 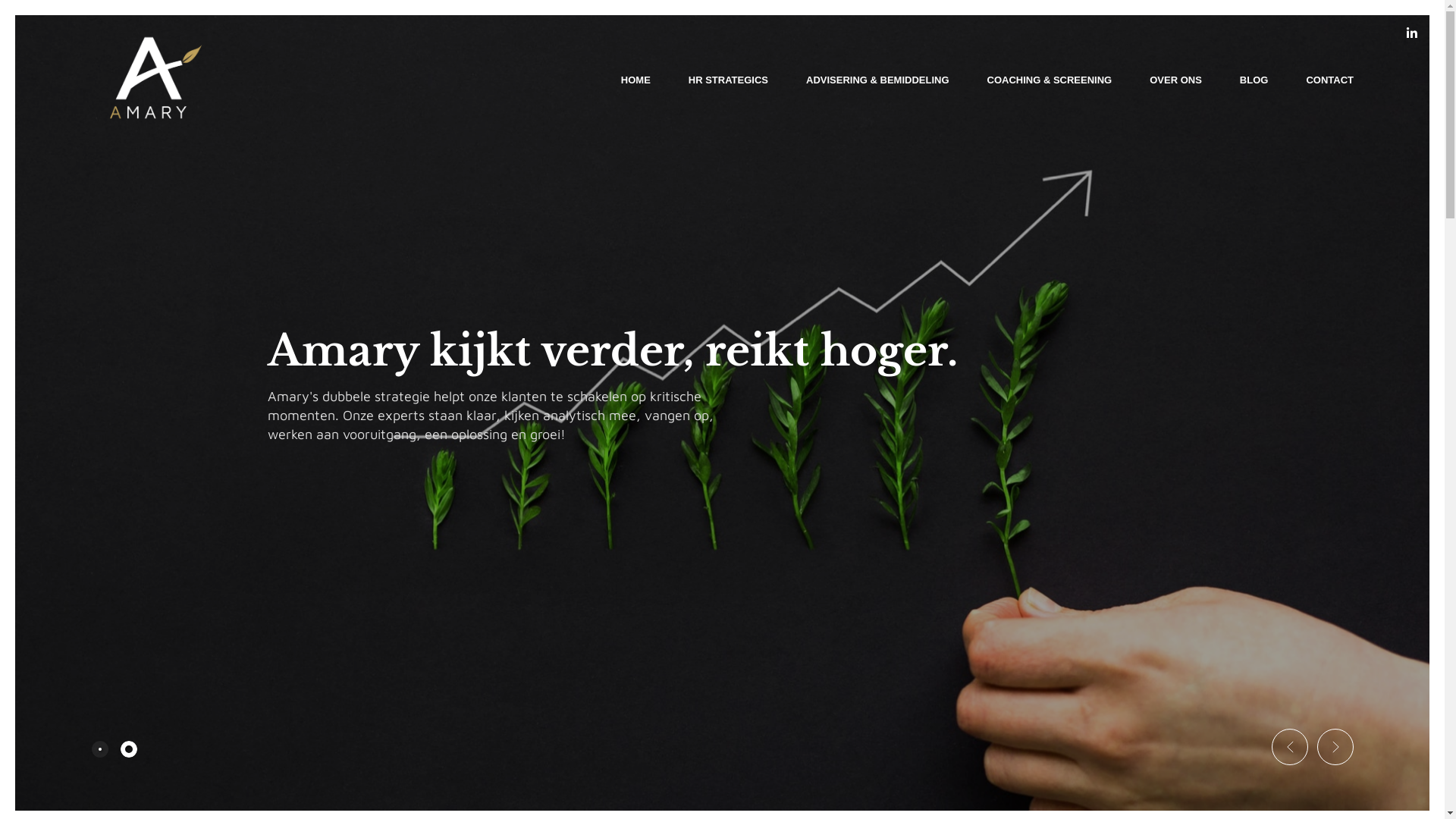 What do you see at coordinates (1329, 80) in the screenshot?
I see `'CONTACT'` at bounding box center [1329, 80].